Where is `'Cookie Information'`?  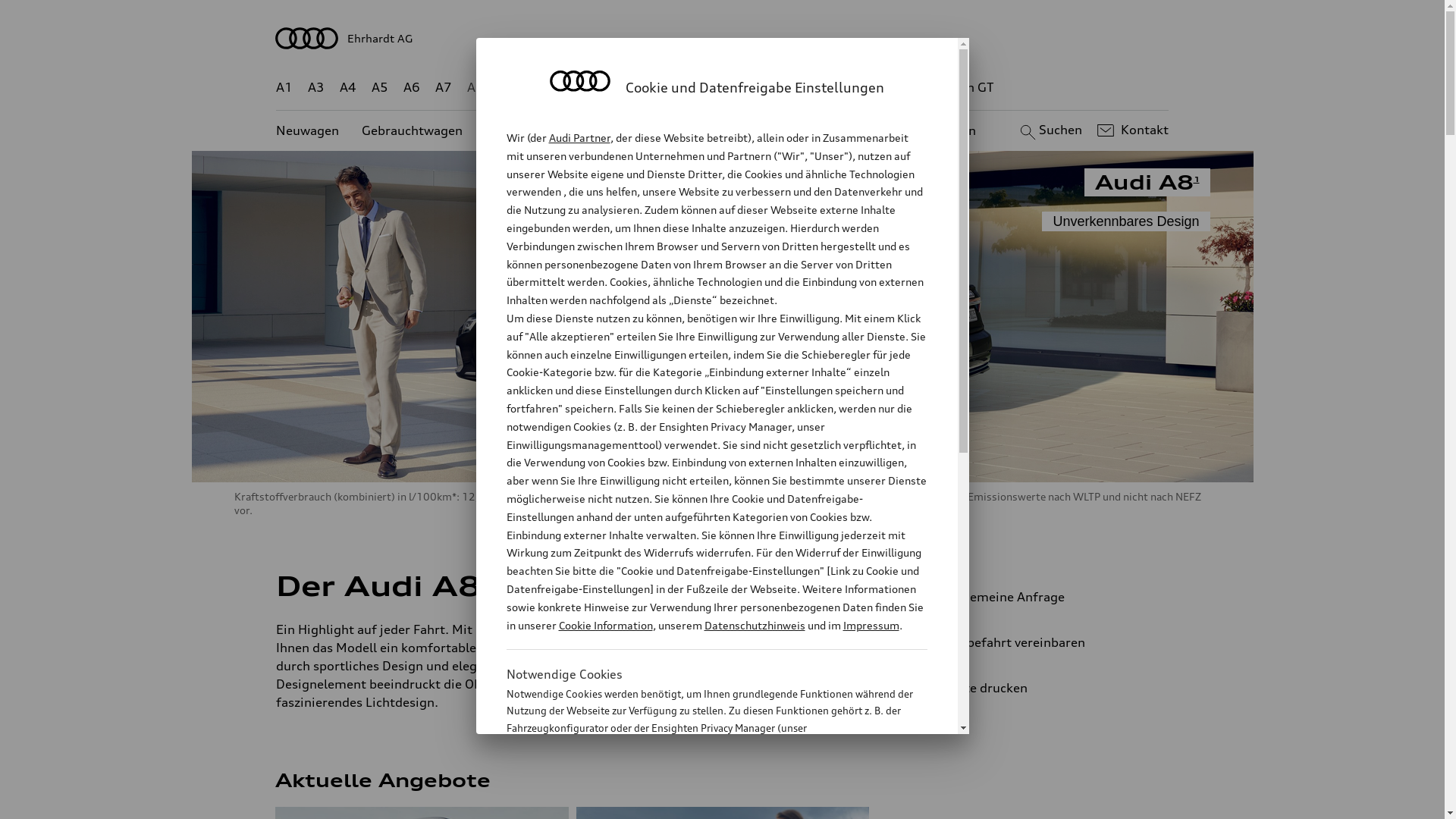
'Cookie Information' is located at coordinates (604, 625).